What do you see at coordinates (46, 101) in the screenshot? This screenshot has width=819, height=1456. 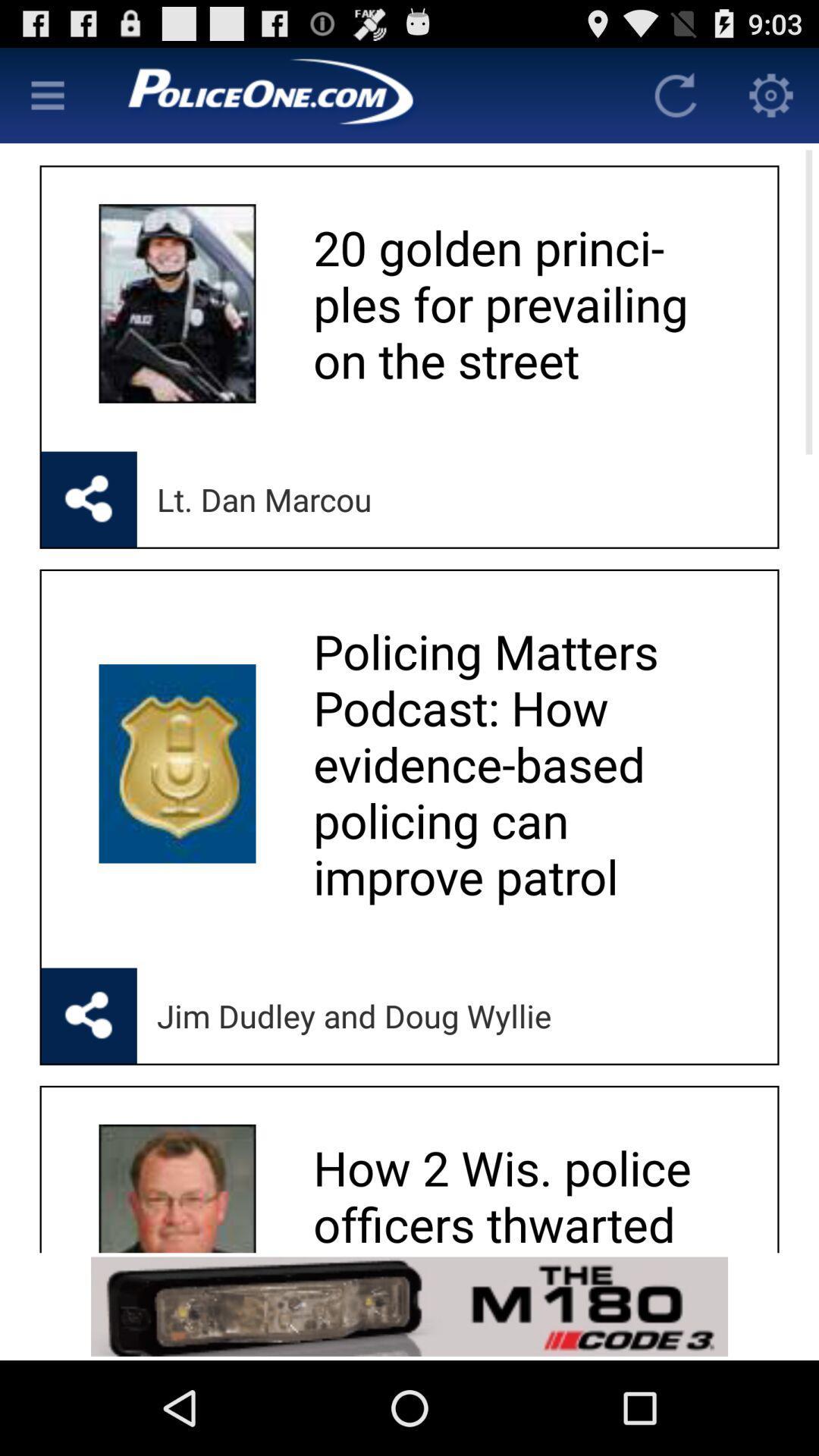 I see `the menu icon` at bounding box center [46, 101].